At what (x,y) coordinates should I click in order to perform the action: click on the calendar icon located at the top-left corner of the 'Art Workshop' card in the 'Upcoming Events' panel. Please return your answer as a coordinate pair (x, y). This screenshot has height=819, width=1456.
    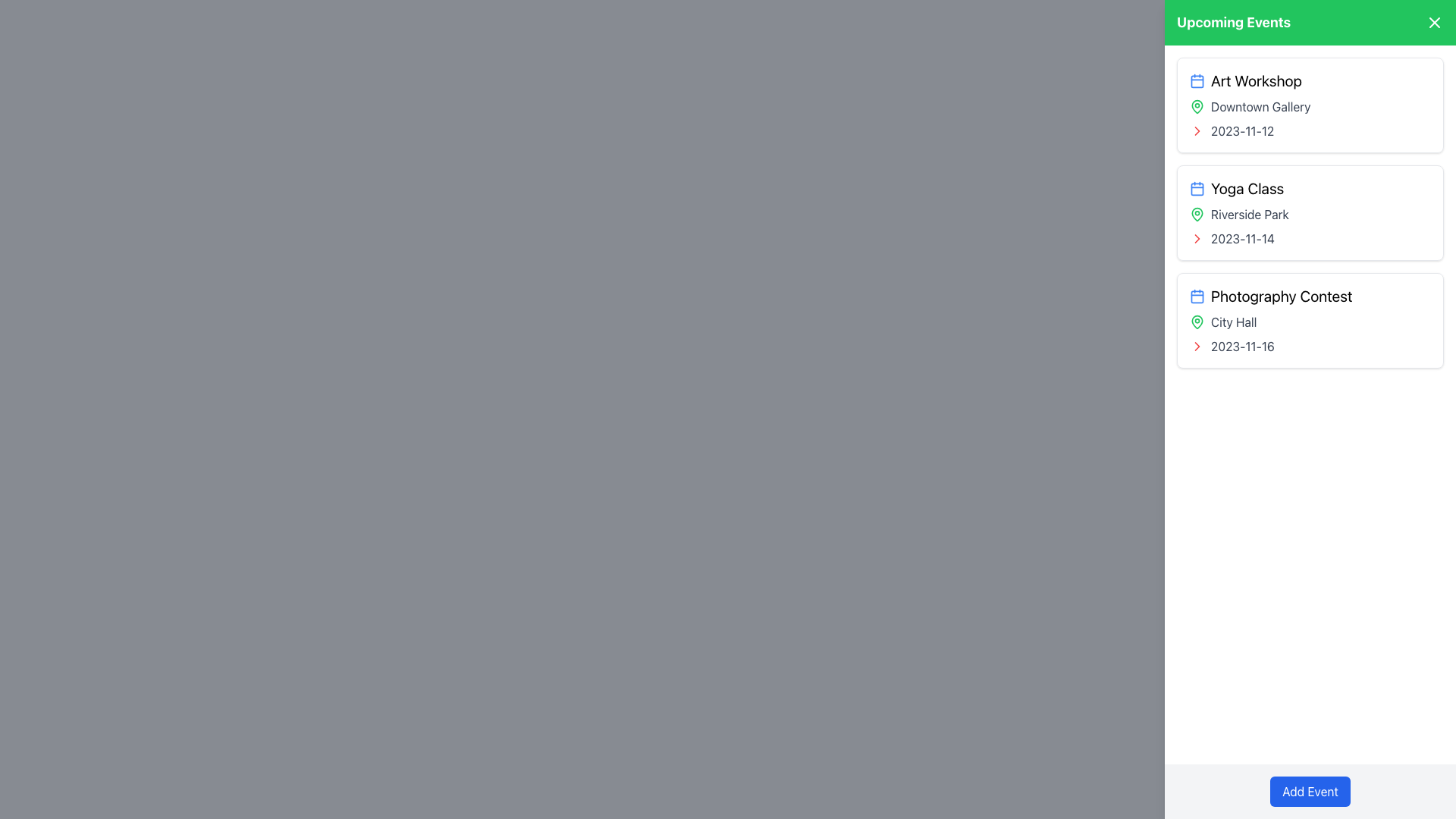
    Looking at the image, I should click on (1197, 81).